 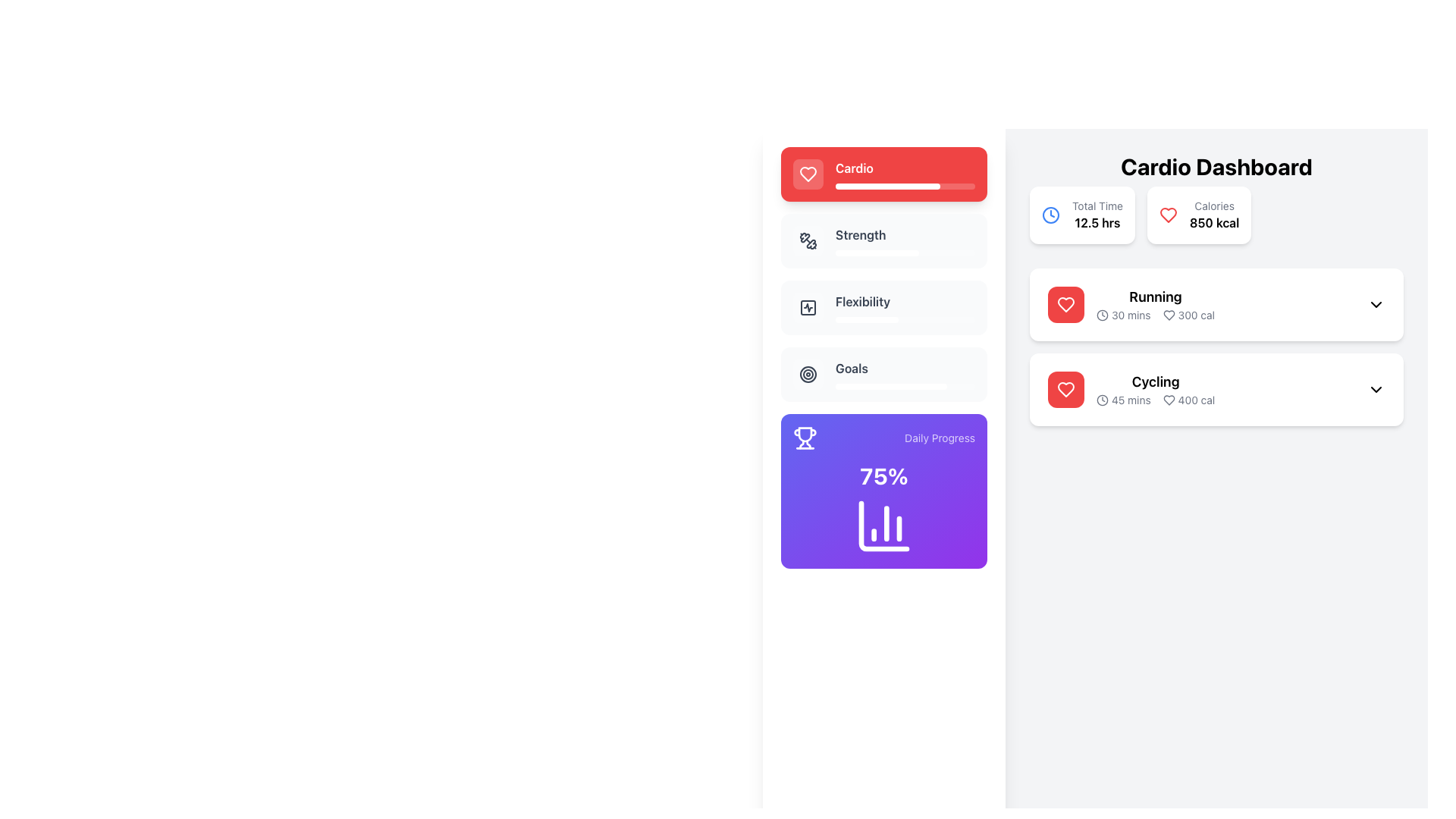 I want to click on the small, angled line structure resembling a stylized 'zig-zag' or lightning bolt pattern within the SVG icon in the sidebar, so click(x=807, y=307).